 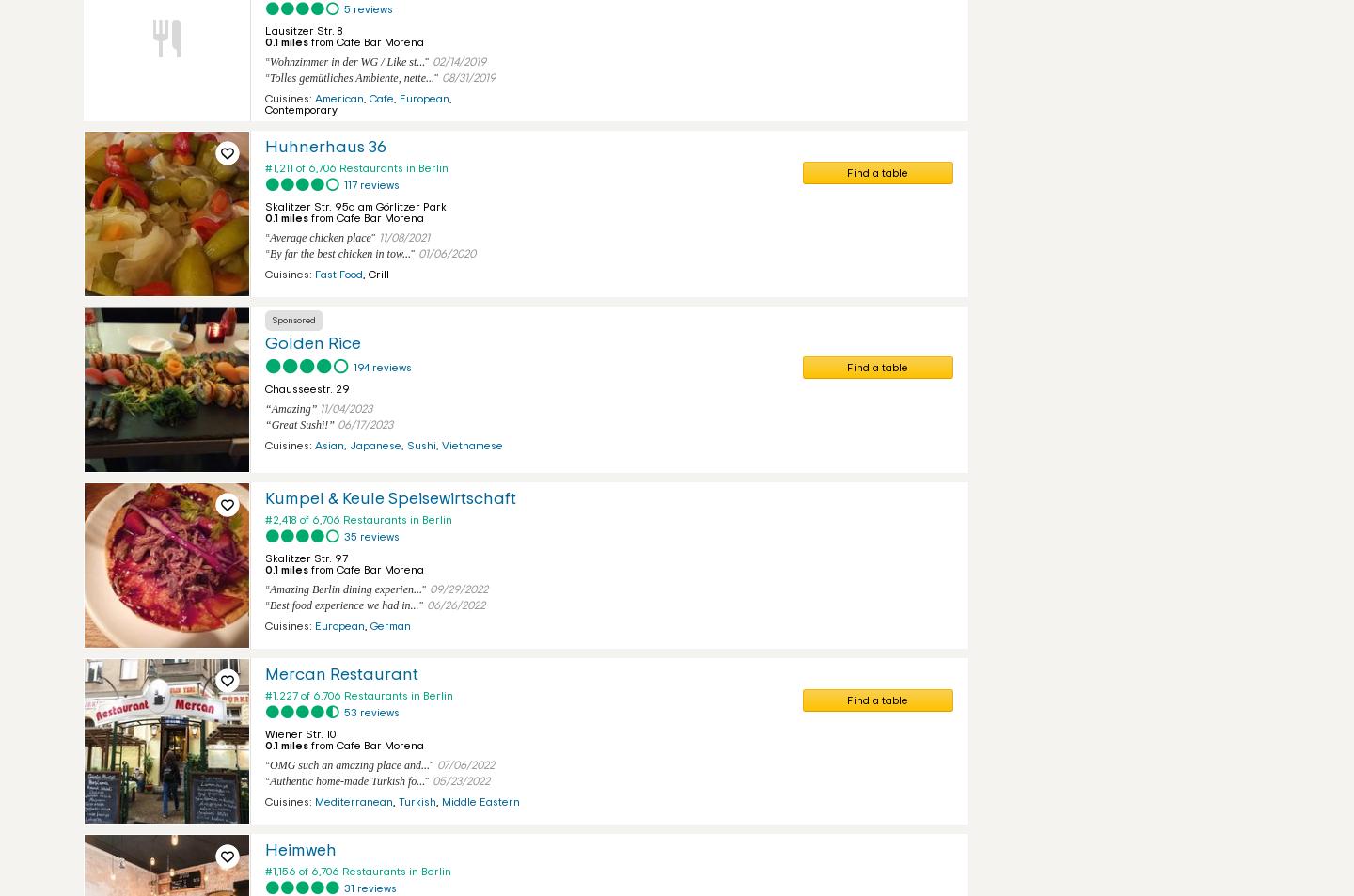 What do you see at coordinates (435, 764) in the screenshot?
I see `'07/06/2022'` at bounding box center [435, 764].